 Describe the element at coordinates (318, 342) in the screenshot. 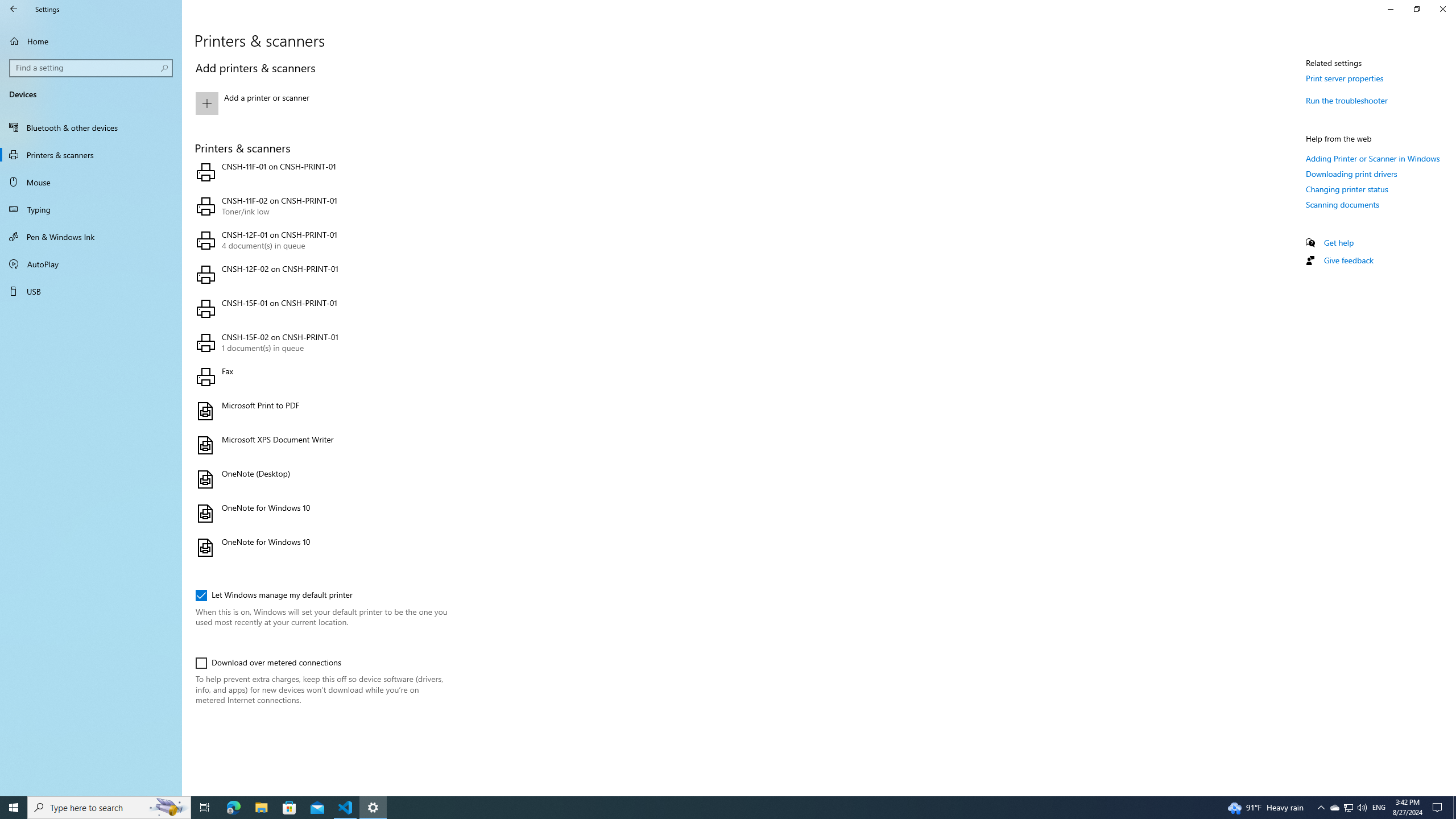

I see `'CNSH-15F-02 on CNSH-PRINT-01 1 document(s) in queue'` at that location.